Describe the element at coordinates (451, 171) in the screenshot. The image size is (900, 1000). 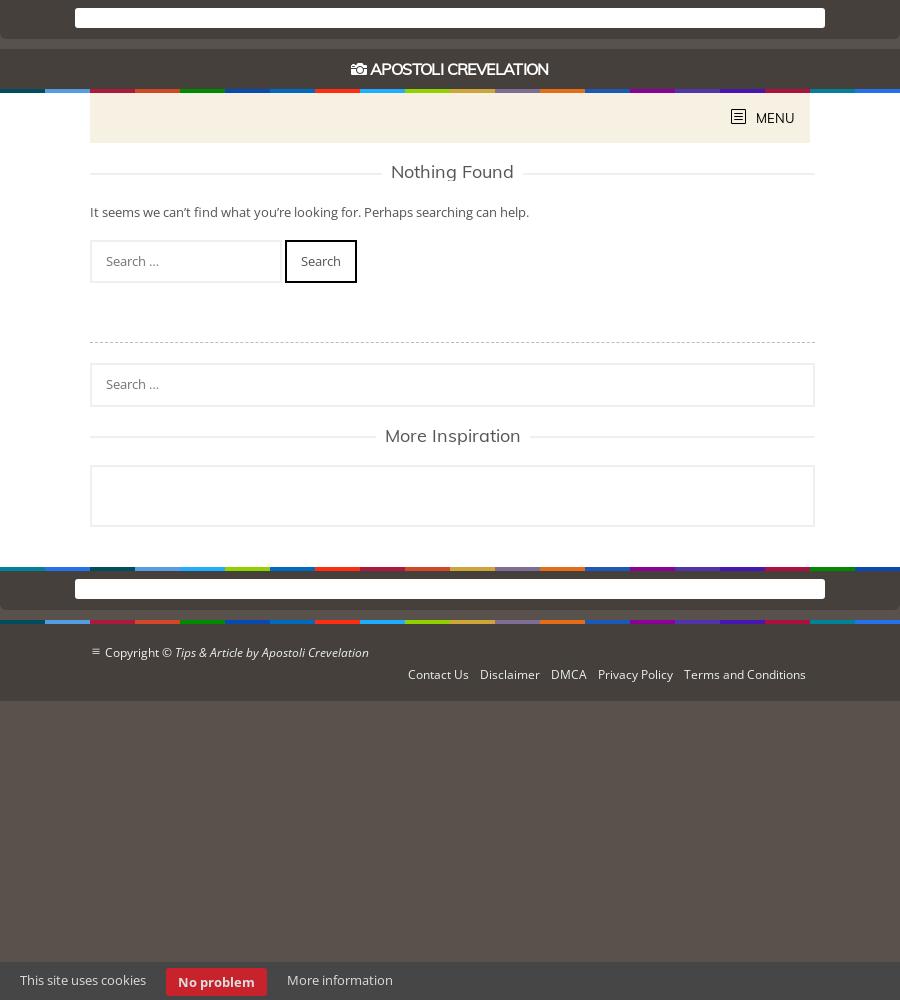
I see `'Nothing Found'` at that location.